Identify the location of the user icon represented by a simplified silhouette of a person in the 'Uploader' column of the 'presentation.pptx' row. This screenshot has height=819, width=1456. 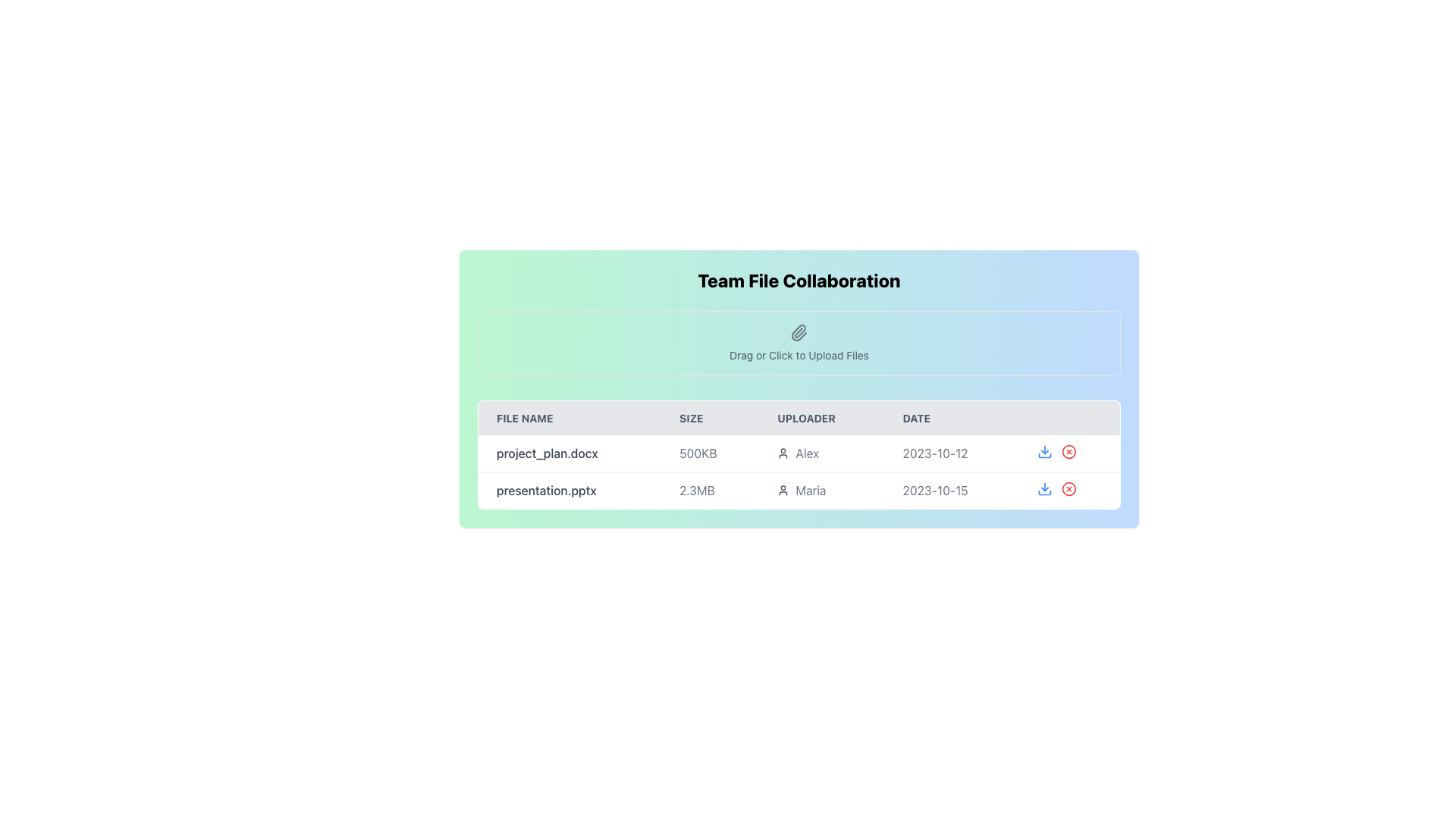
(783, 491).